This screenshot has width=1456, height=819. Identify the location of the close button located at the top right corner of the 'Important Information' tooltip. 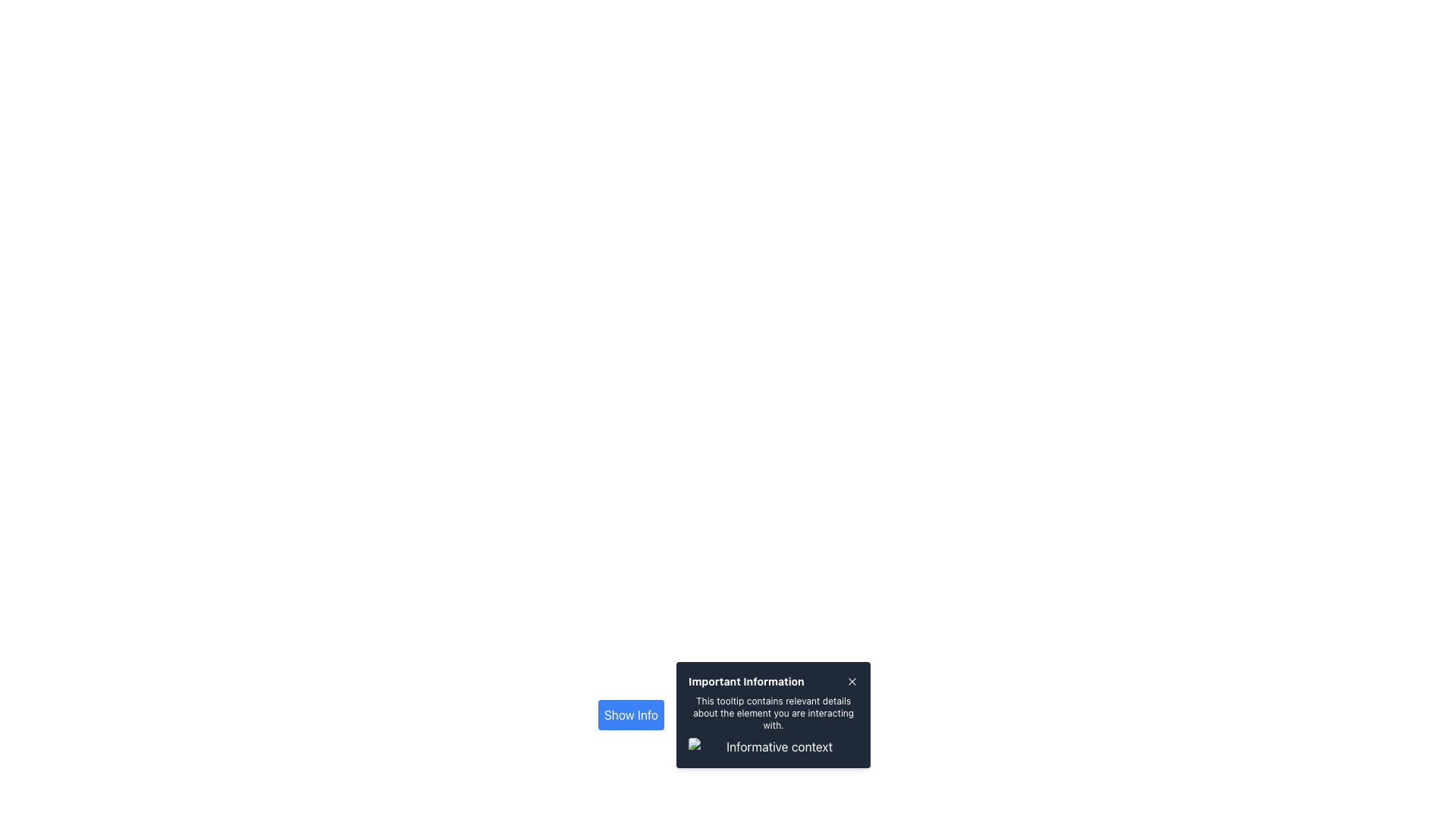
(852, 680).